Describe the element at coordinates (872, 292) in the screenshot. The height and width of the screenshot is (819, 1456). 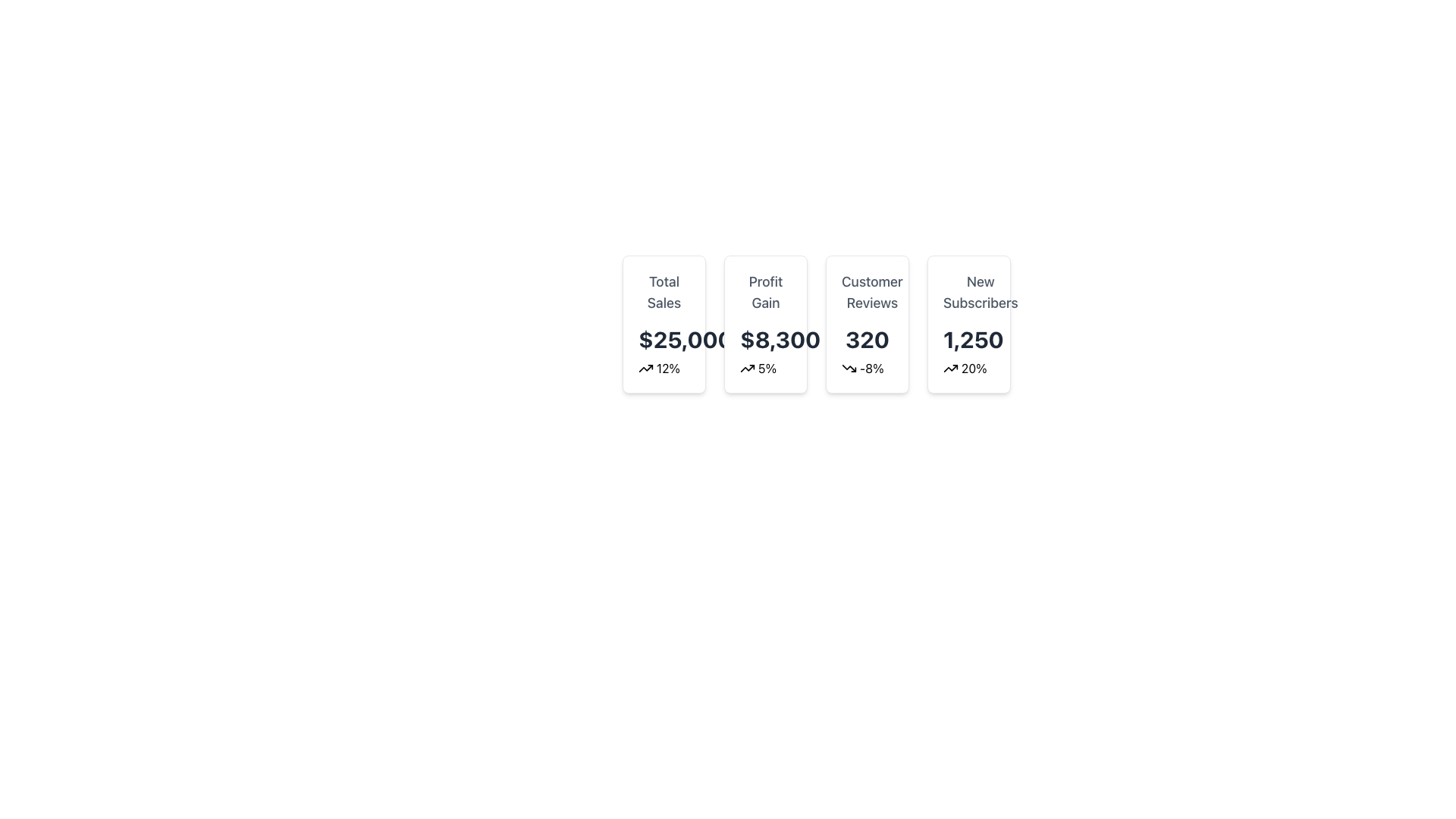
I see `the 'Customer Reviews' static text label, which is styled in a large, bold gray font and is located in the third card from the left, above the customer reviews value` at that location.